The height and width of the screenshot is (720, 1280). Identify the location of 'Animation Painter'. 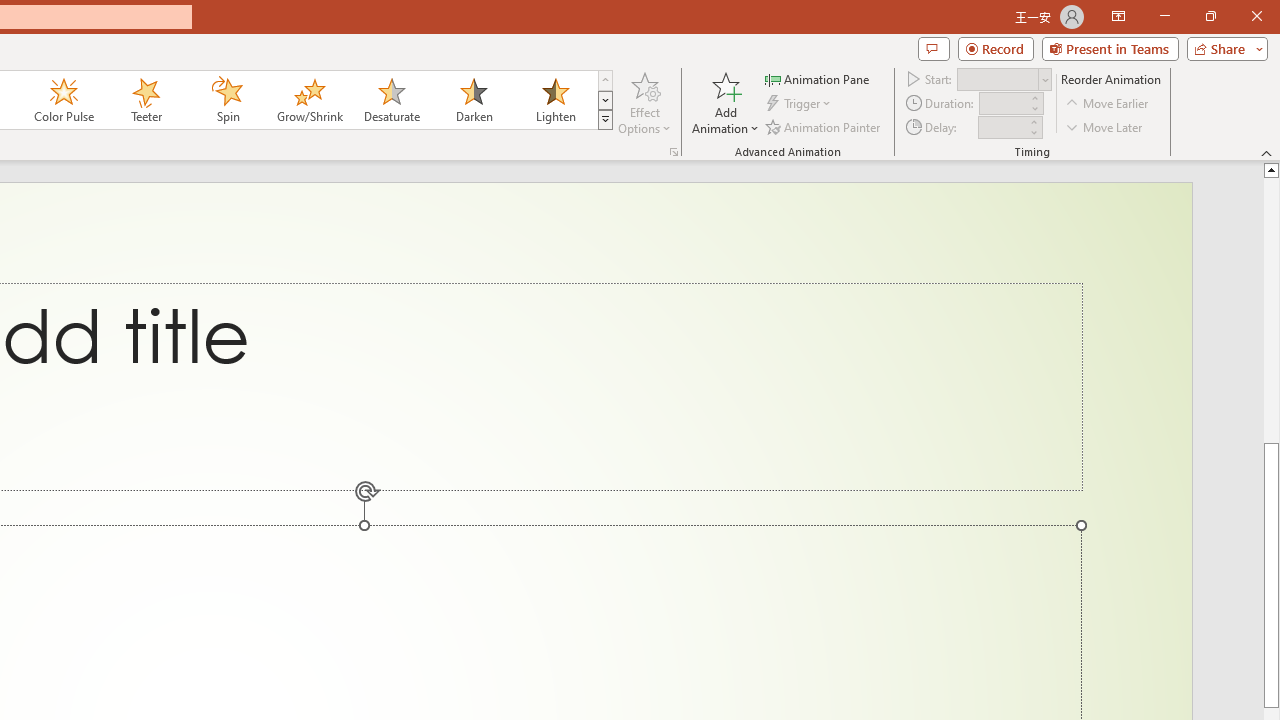
(824, 127).